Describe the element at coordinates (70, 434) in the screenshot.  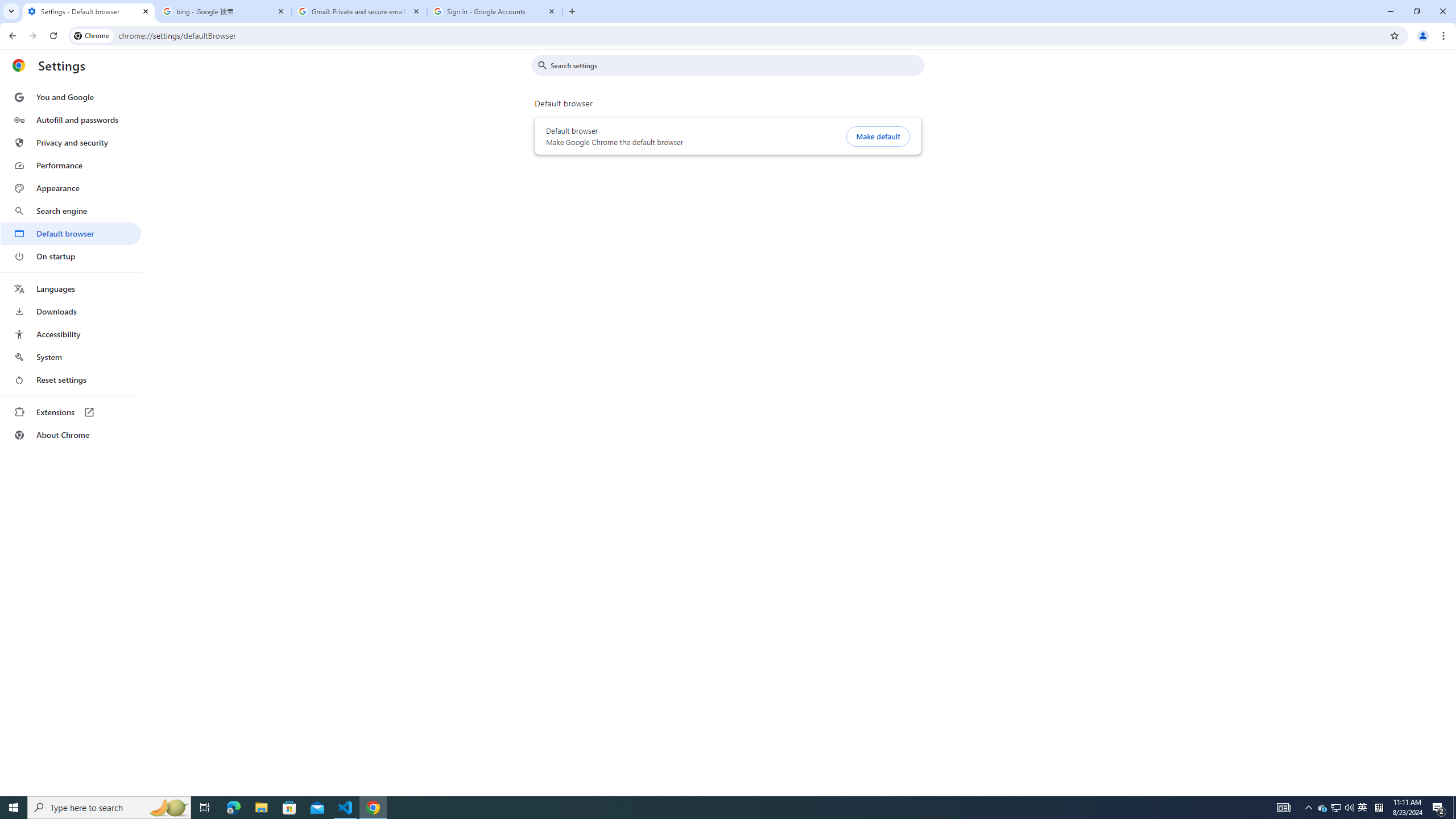
I see `'About Chrome'` at that location.